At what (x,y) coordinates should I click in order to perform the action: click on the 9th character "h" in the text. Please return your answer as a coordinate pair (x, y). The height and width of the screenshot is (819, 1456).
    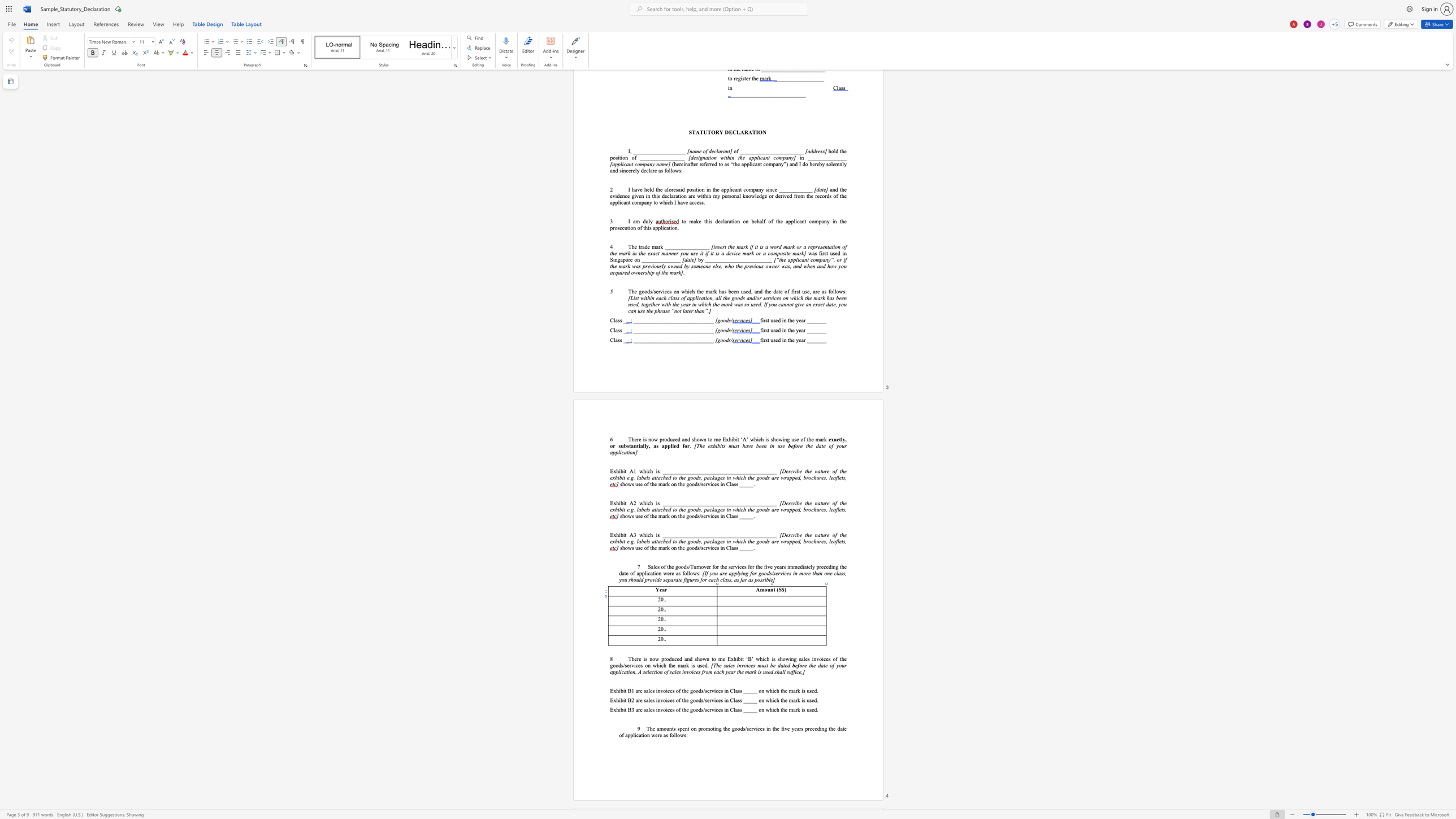
    Looking at the image, I should click on (664, 665).